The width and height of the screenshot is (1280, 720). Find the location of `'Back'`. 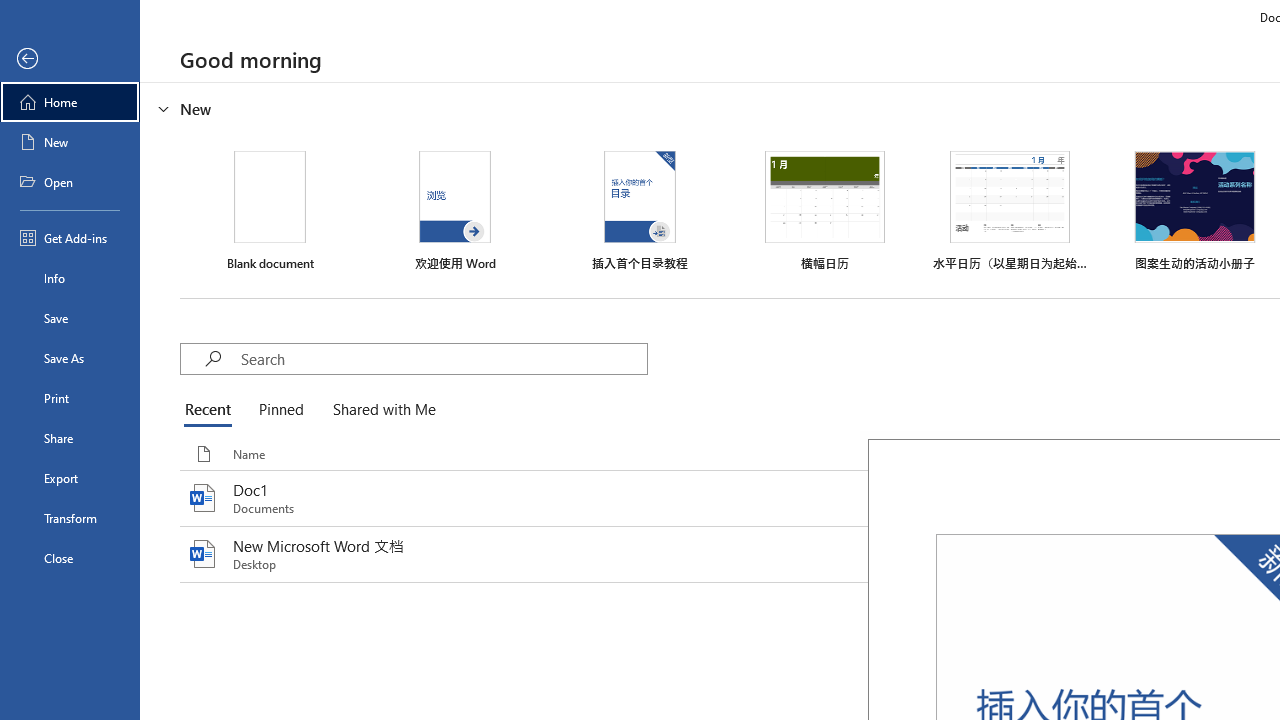

'Back' is located at coordinates (69, 58).